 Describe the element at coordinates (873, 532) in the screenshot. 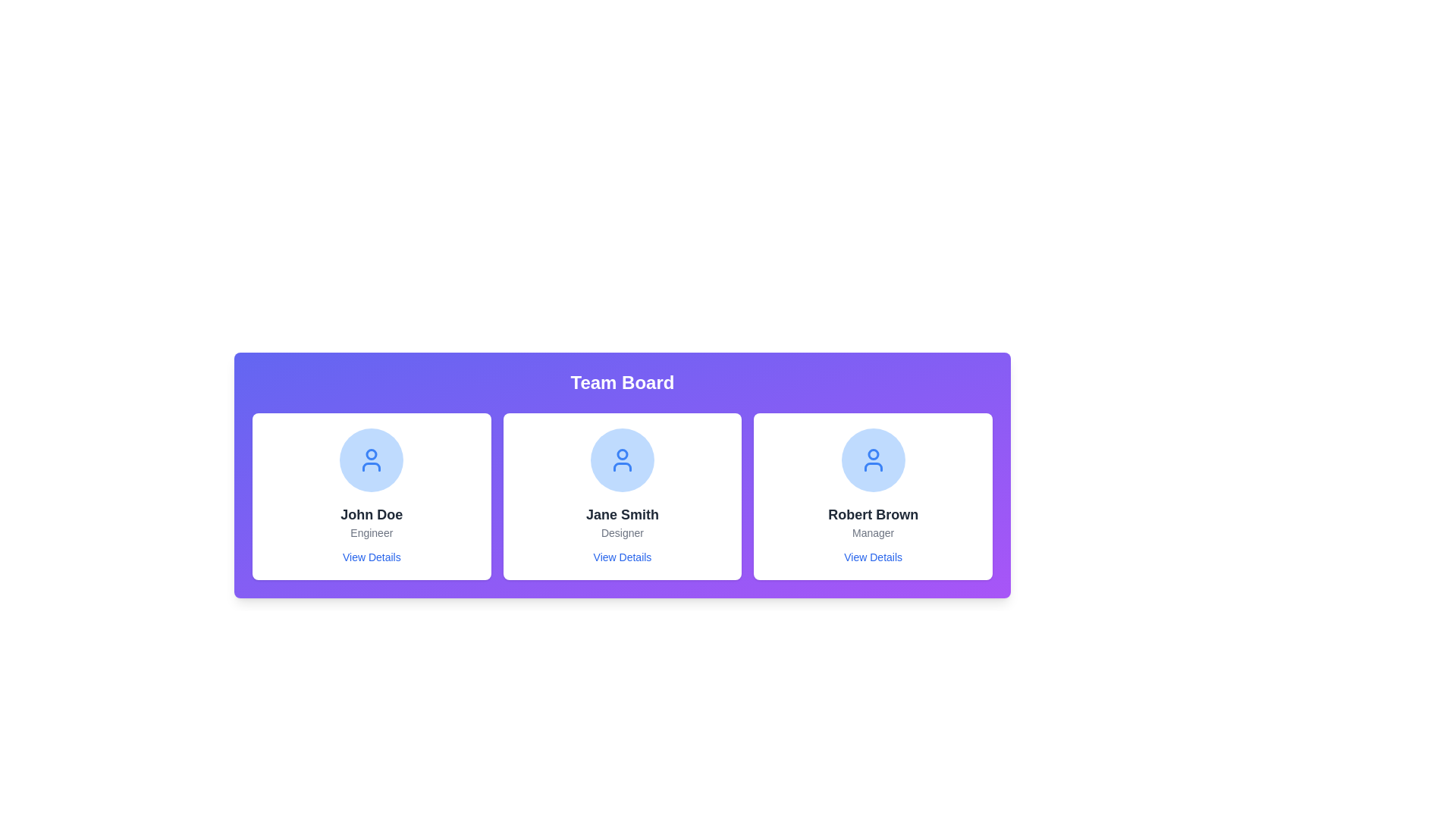

I see `the text label displaying 'Manager', styled in gray color and located below 'Robert Brown'` at that location.